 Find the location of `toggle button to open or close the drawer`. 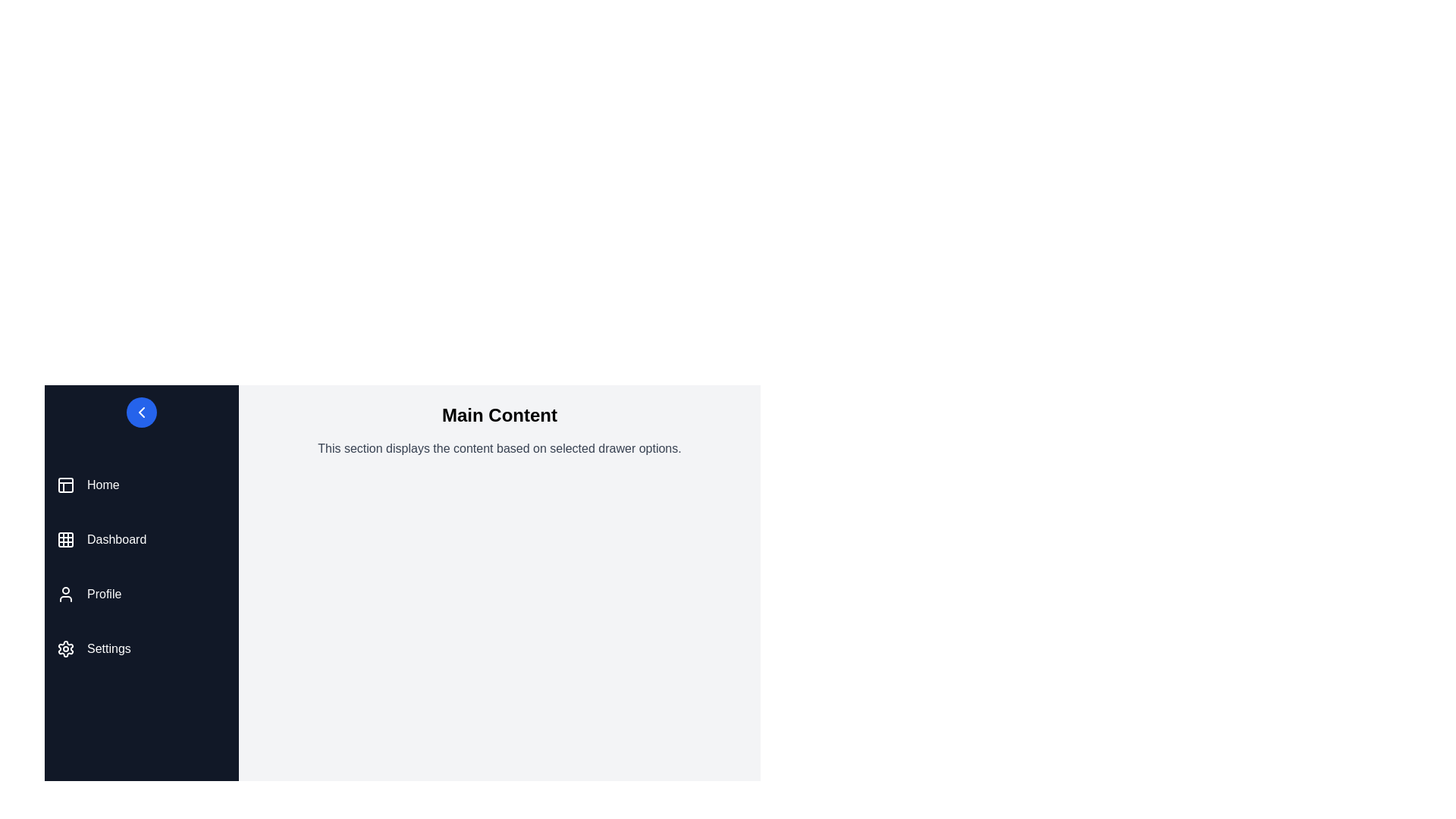

toggle button to open or close the drawer is located at coordinates (142, 412).